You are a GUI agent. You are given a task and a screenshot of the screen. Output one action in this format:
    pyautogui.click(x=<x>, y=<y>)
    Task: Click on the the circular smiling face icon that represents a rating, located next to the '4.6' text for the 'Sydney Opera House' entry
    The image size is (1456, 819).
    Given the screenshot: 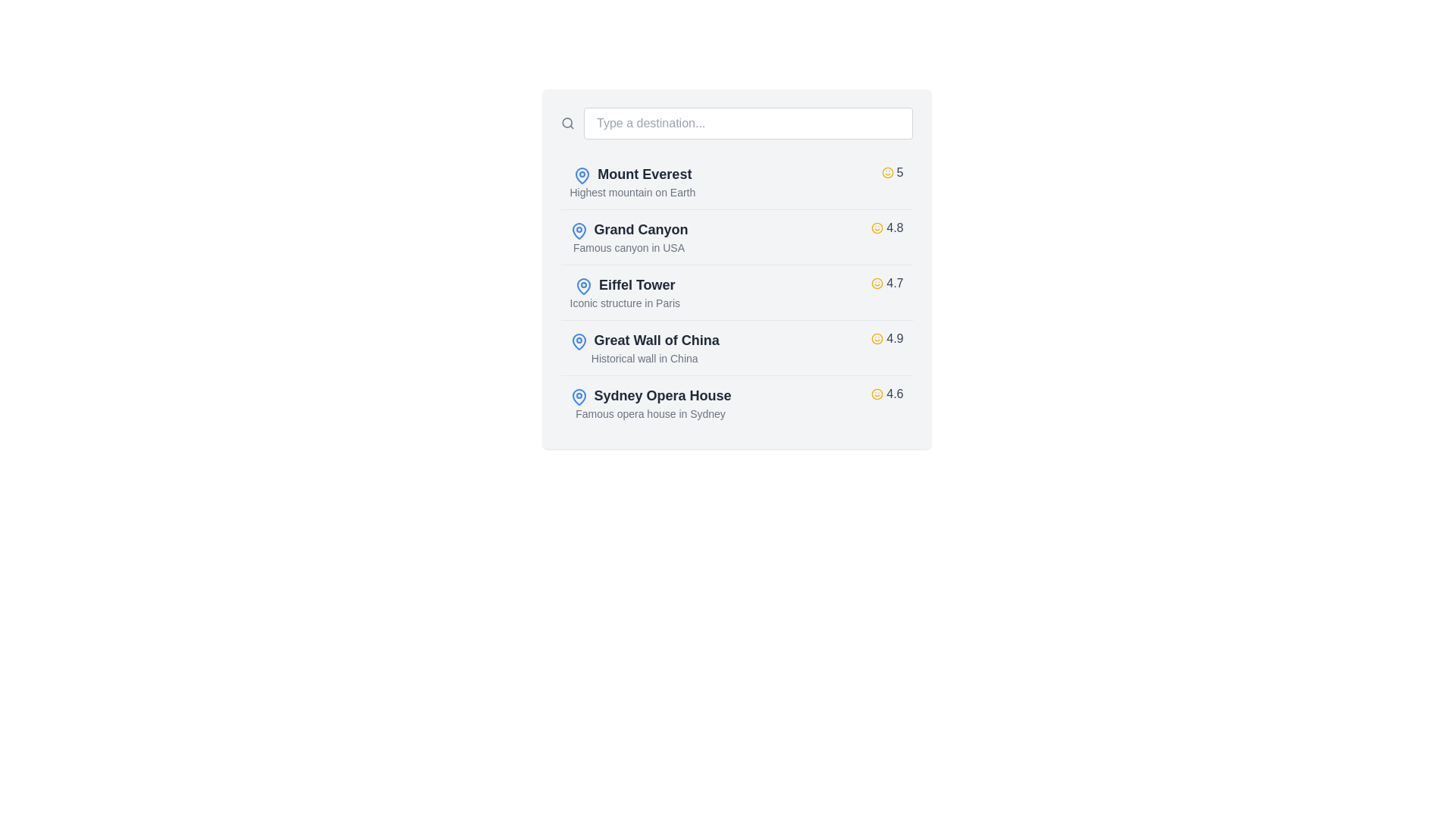 What is the action you would take?
    pyautogui.click(x=877, y=394)
    